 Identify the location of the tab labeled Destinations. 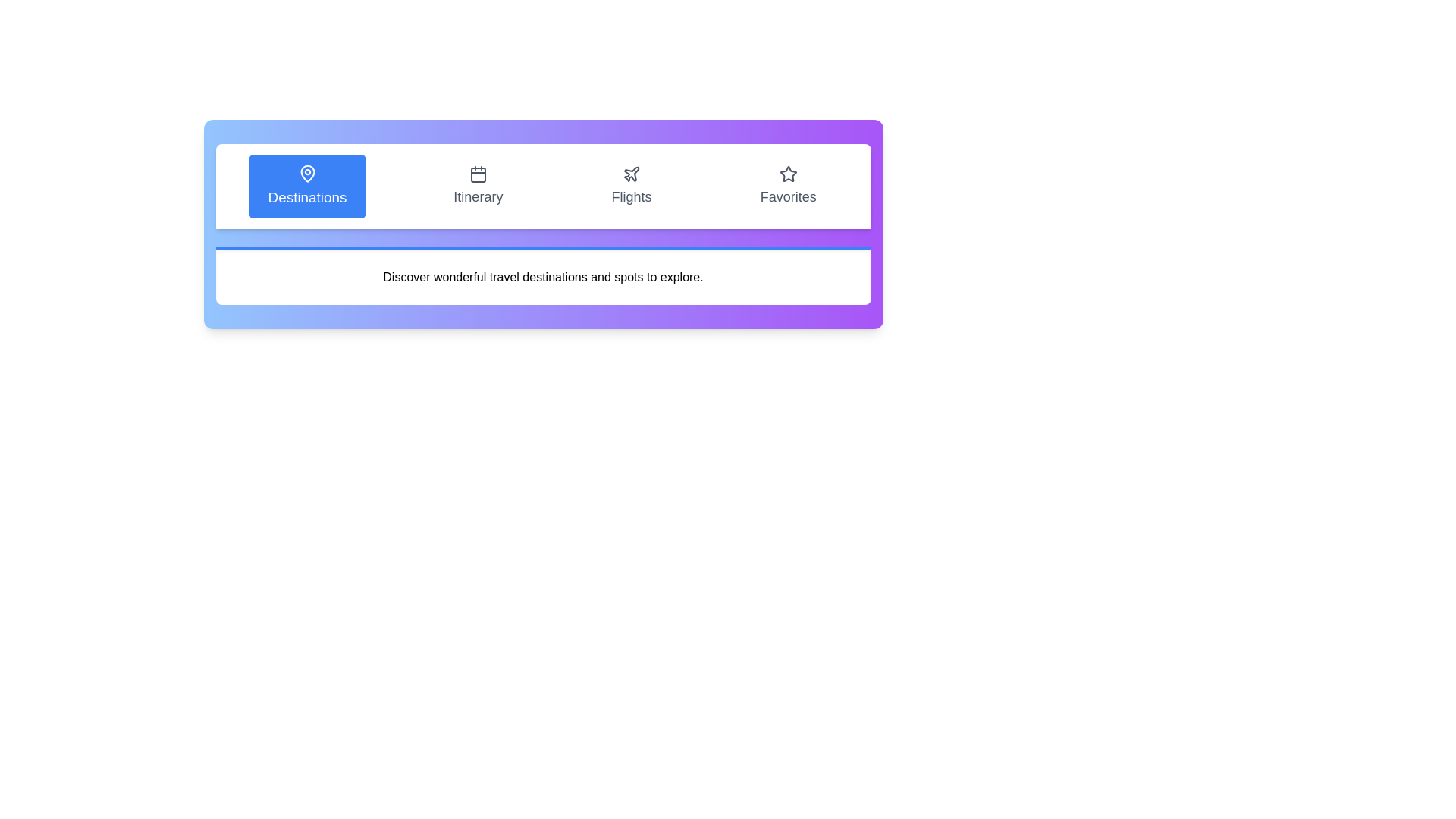
(306, 186).